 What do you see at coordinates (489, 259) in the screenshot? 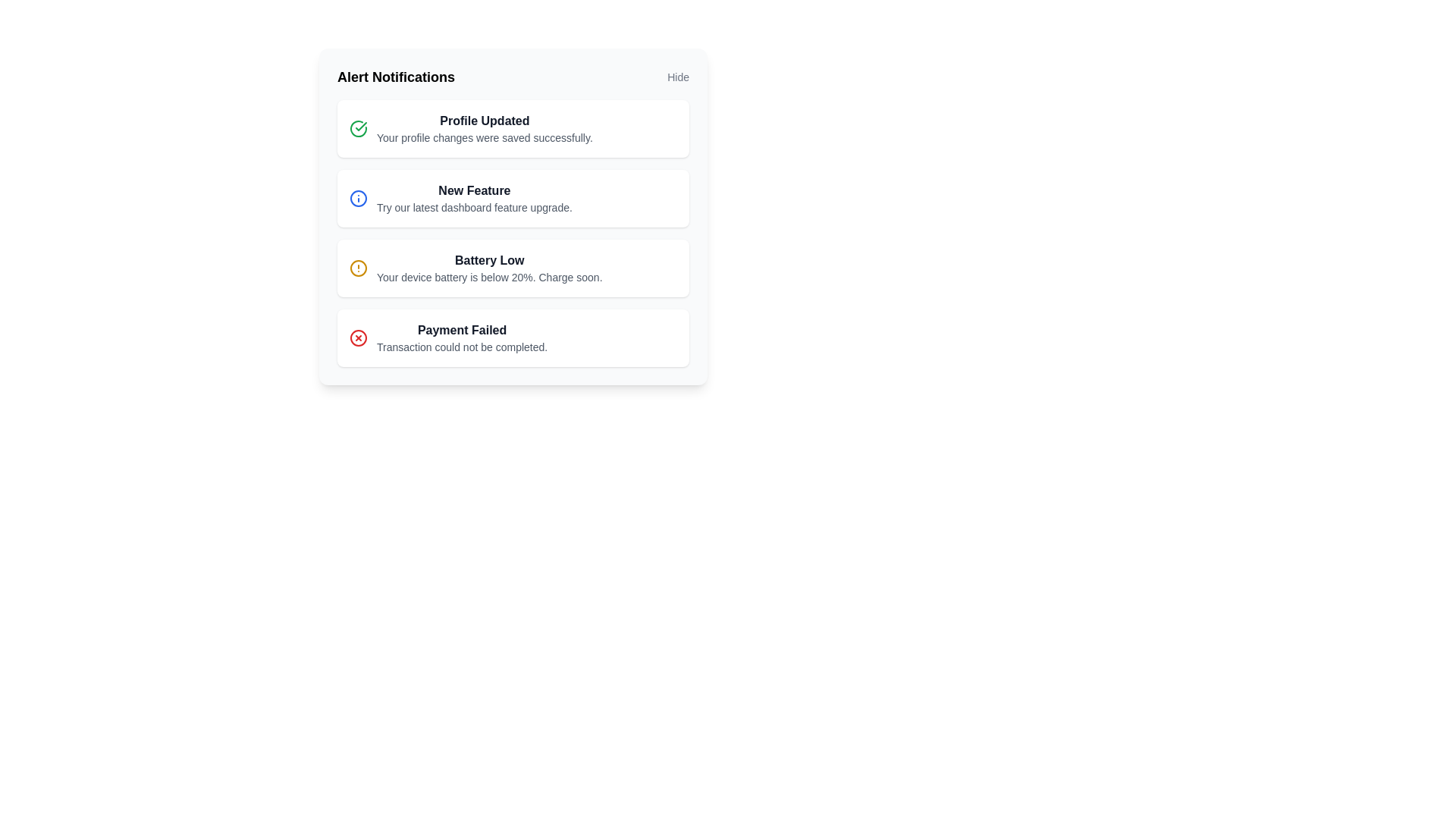
I see `text of the 'Battery Low' notification title, which serves as an alert for the user's low battery condition` at bounding box center [489, 259].